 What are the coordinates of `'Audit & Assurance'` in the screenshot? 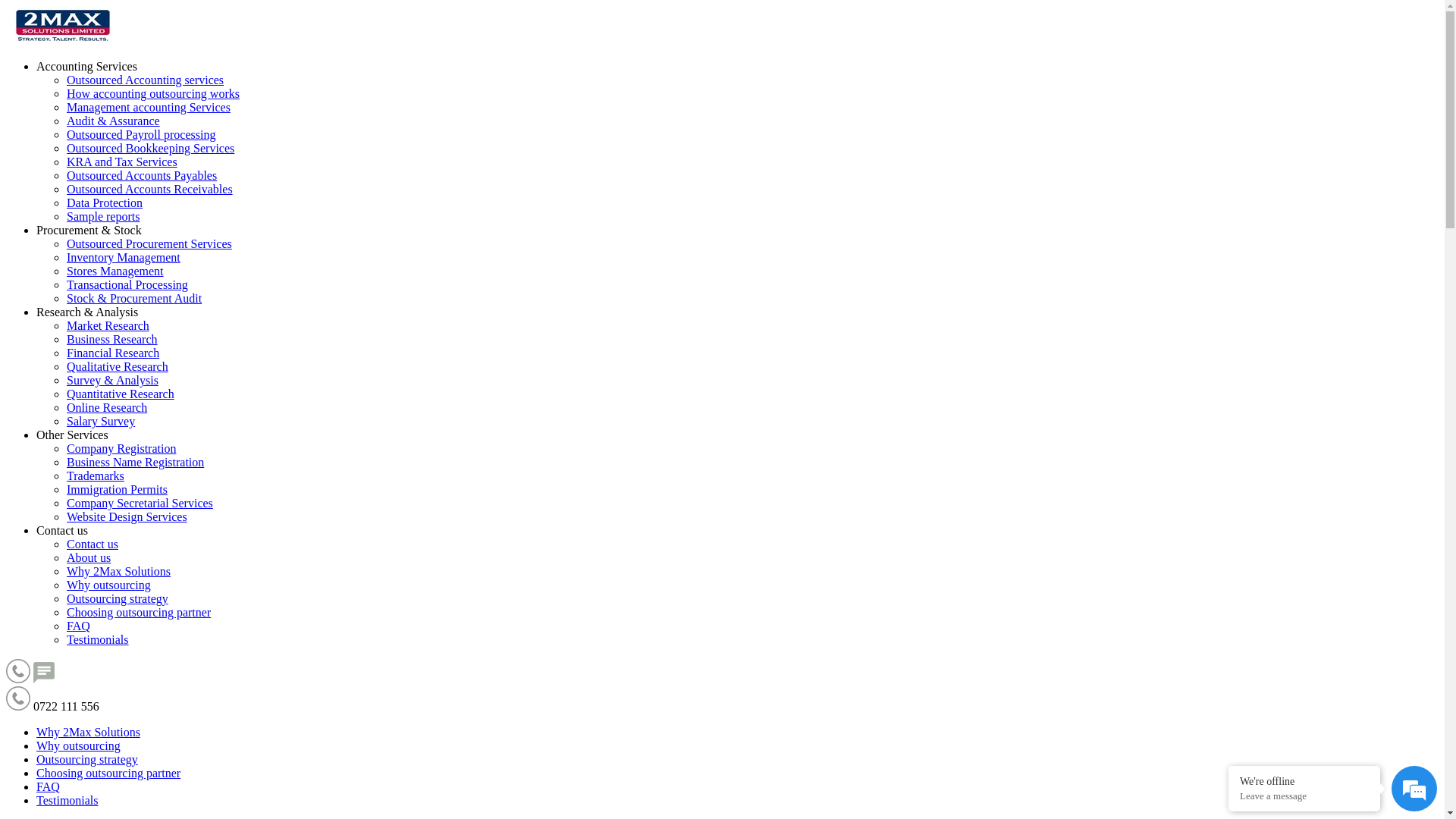 It's located at (112, 120).